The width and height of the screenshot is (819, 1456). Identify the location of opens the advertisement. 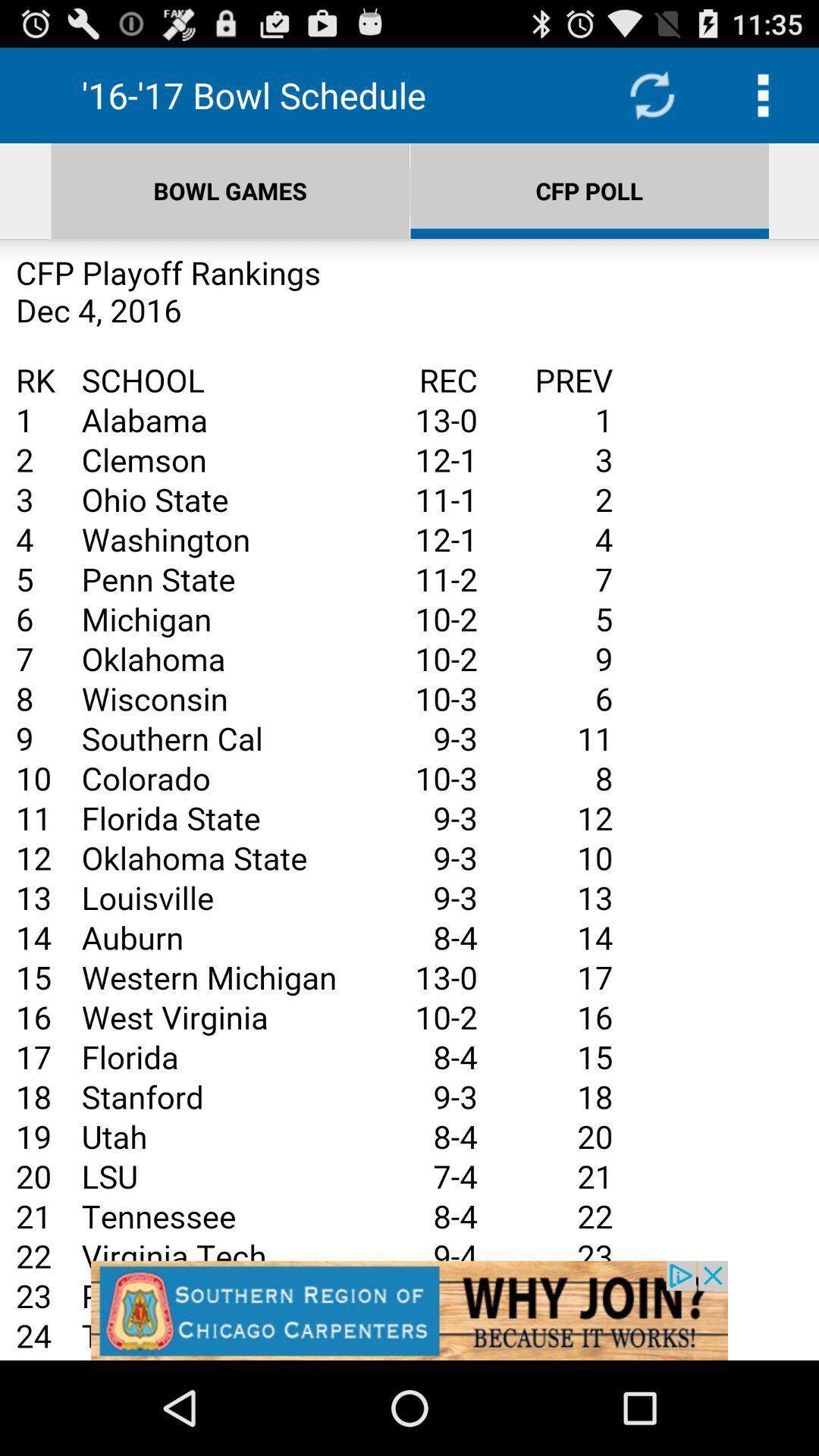
(409, 799).